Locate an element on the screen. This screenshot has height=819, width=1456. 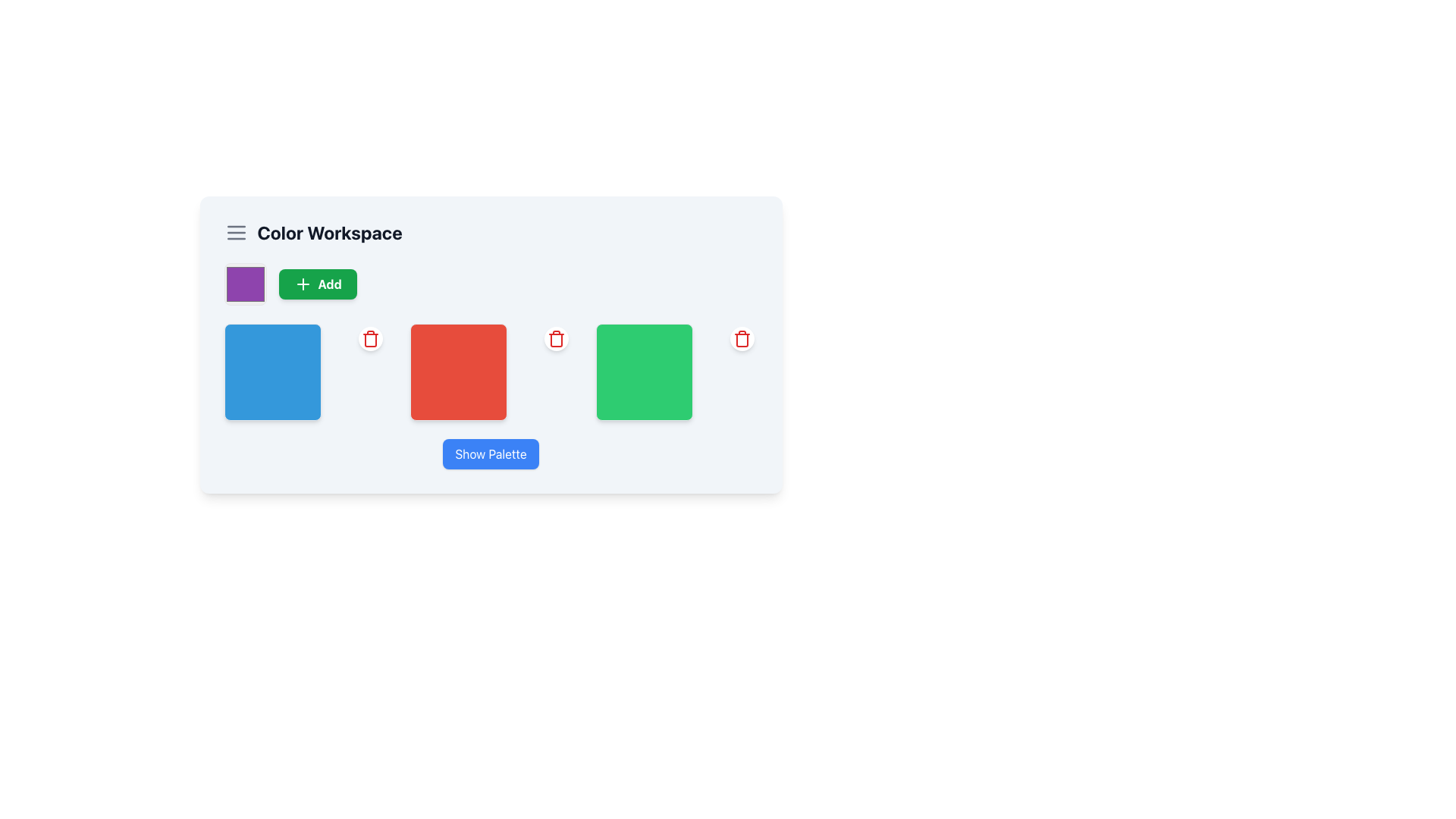
the large dark gray hamburger menu icon located at the top-left corner of the interface is located at coordinates (235, 233).